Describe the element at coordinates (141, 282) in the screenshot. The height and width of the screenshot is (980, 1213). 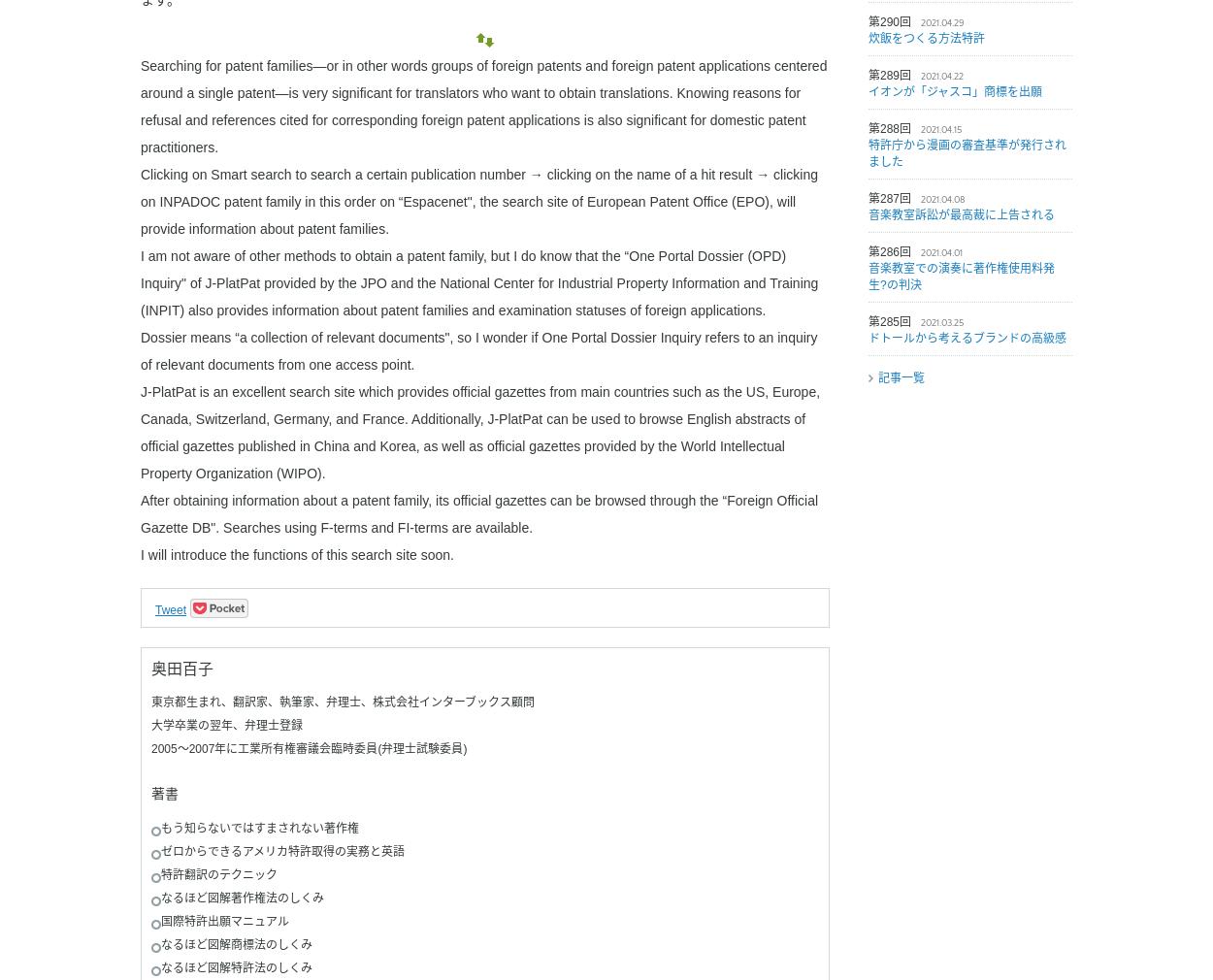
I see `'I am not aware of other methods to obtain a patent family, but I do know that the “One Portal Dossier (OPD) Inquiry" of J-PlatPat provided by the JPO and the National Center for Industrial Property Information and Training (INPIT) also provides information about patent families and examination statuses of foreign applications.'` at that location.